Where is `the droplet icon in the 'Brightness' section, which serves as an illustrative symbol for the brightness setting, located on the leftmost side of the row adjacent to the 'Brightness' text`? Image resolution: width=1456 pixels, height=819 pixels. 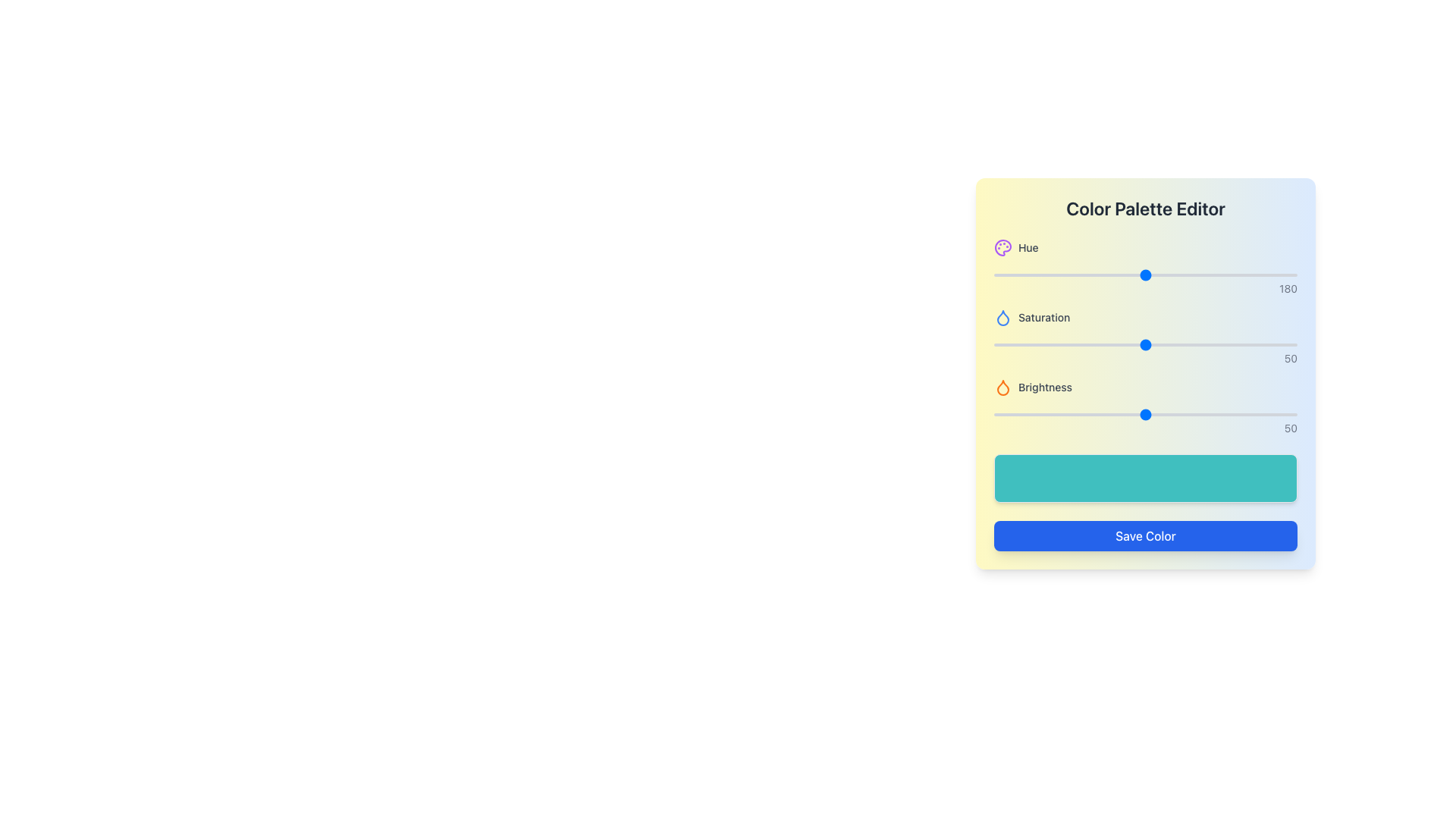 the droplet icon in the 'Brightness' section, which serves as an illustrative symbol for the brightness setting, located on the leftmost side of the row adjacent to the 'Brightness' text is located at coordinates (1003, 386).